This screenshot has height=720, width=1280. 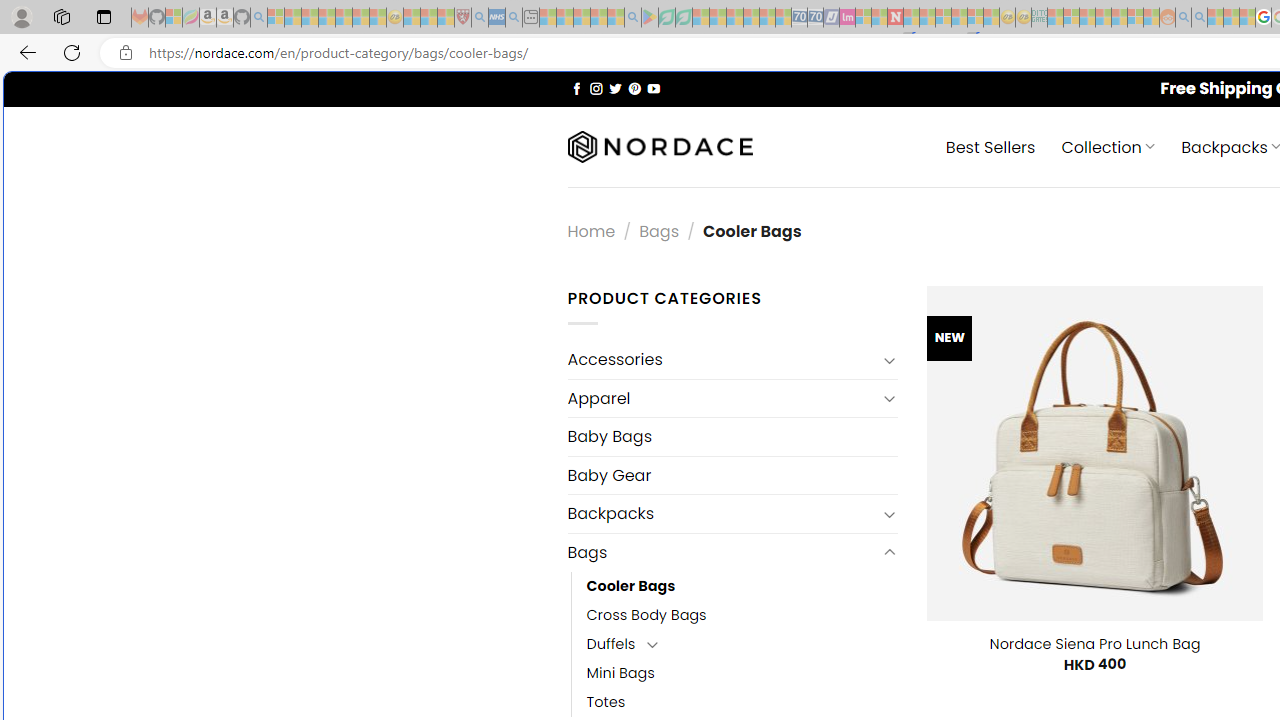 I want to click on 'Terms of Use Agreement - Sleeping', so click(x=666, y=17).